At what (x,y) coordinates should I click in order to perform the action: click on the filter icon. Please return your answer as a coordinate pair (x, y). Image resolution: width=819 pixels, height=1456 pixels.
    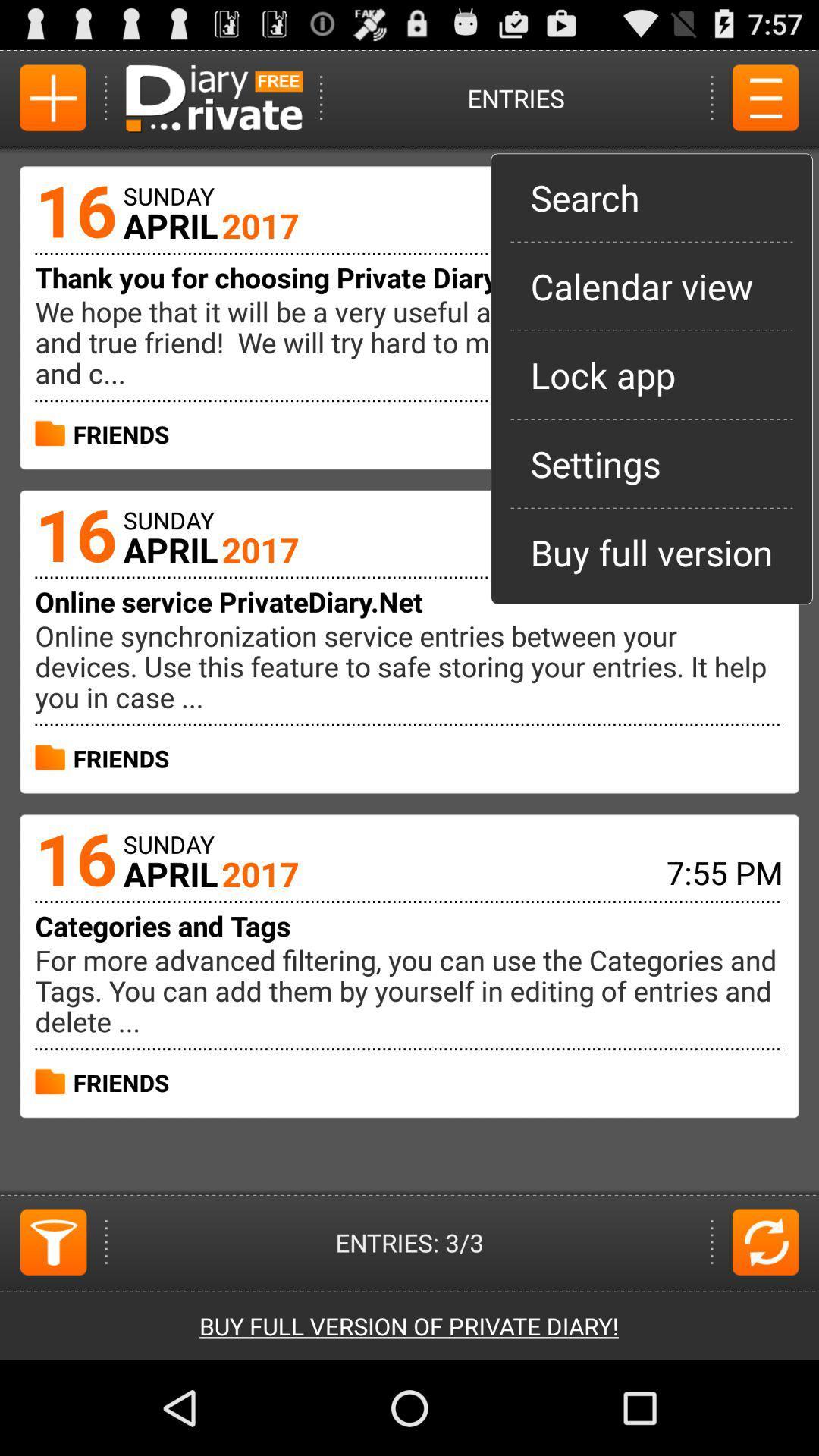
    Looking at the image, I should click on (52, 1329).